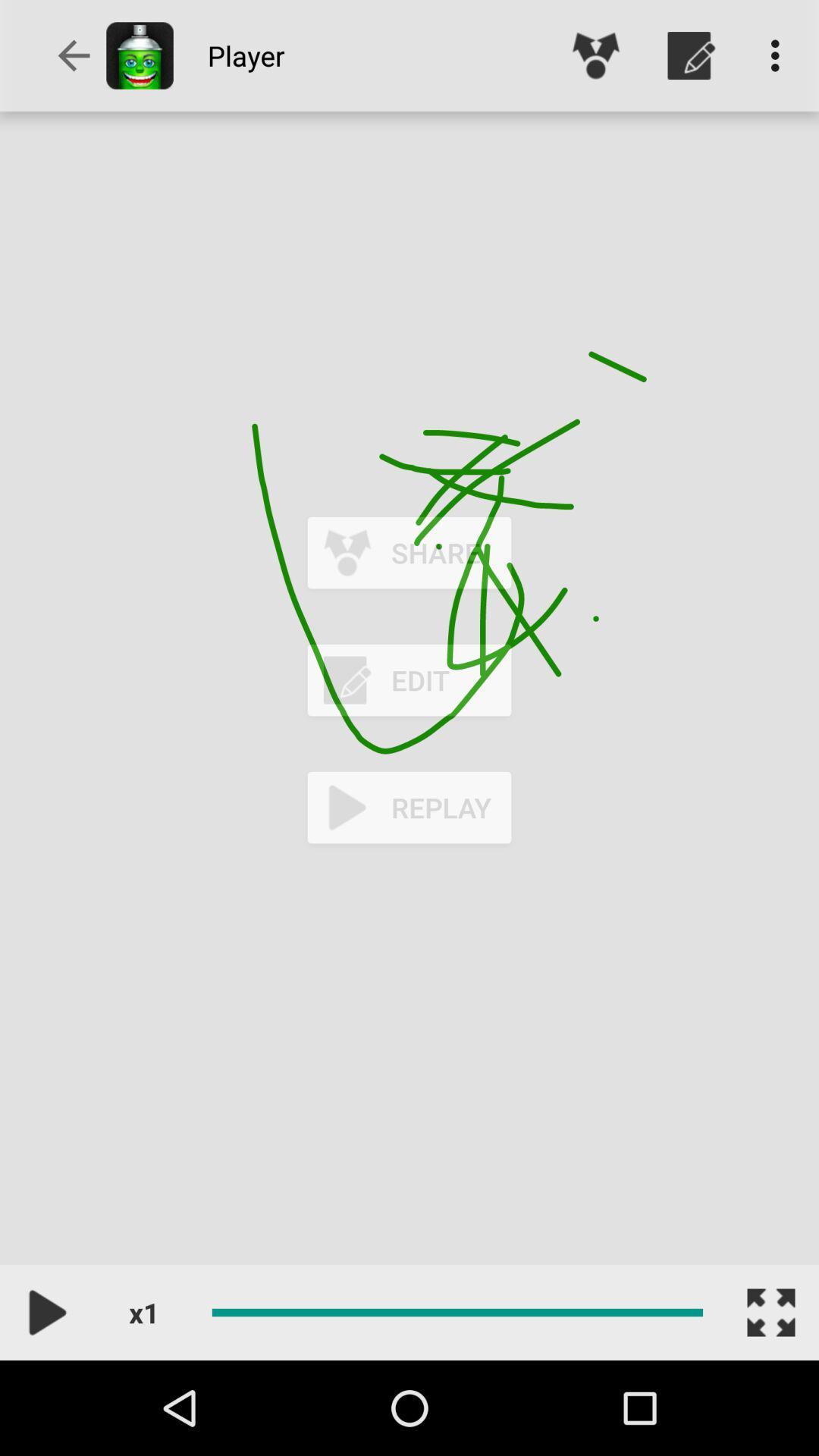 The width and height of the screenshot is (819, 1456). I want to click on the play icon, so click(46, 1312).